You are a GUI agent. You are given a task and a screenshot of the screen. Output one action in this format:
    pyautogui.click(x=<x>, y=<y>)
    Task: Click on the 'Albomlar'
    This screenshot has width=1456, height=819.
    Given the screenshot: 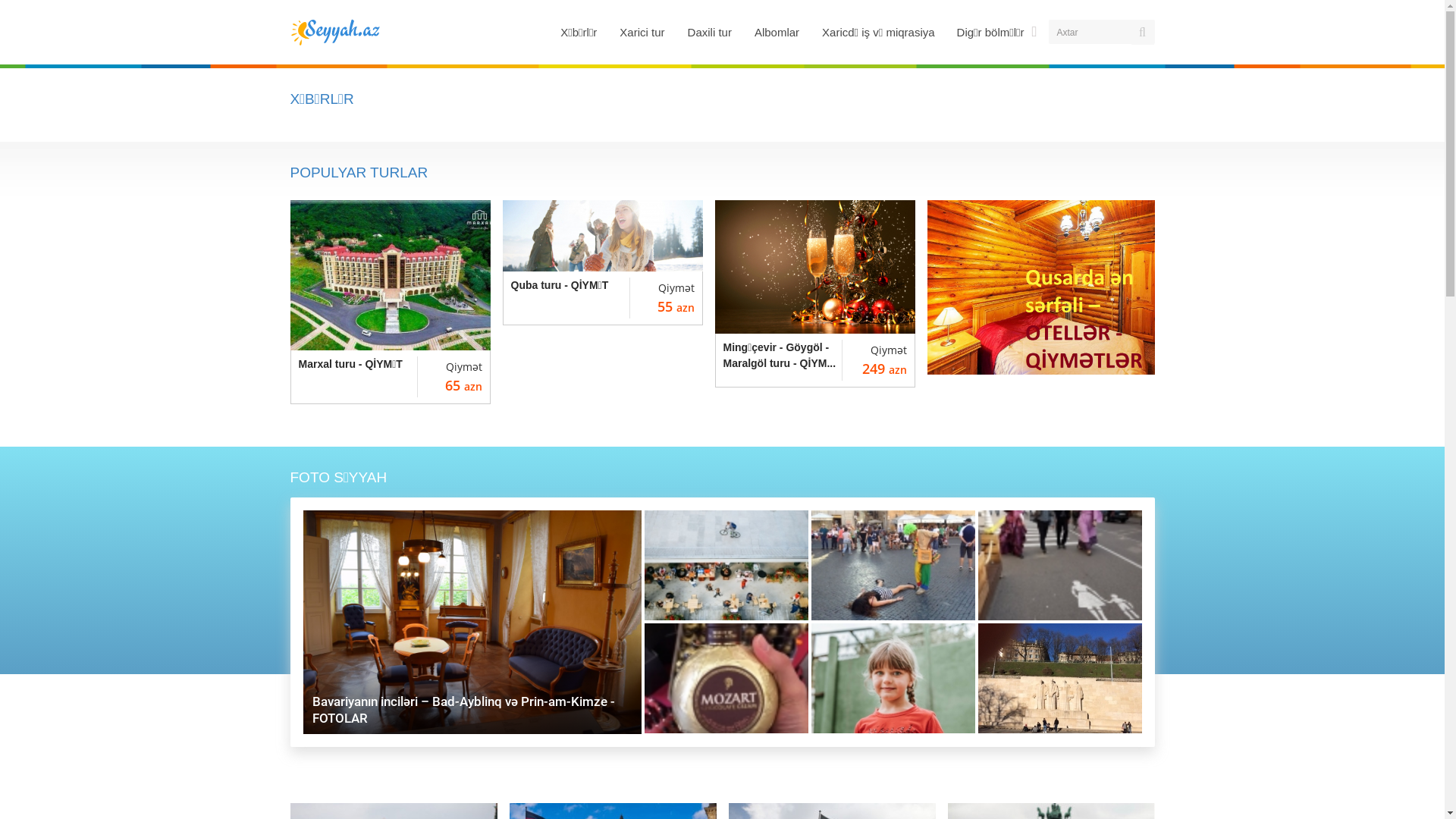 What is the action you would take?
    pyautogui.click(x=777, y=32)
    